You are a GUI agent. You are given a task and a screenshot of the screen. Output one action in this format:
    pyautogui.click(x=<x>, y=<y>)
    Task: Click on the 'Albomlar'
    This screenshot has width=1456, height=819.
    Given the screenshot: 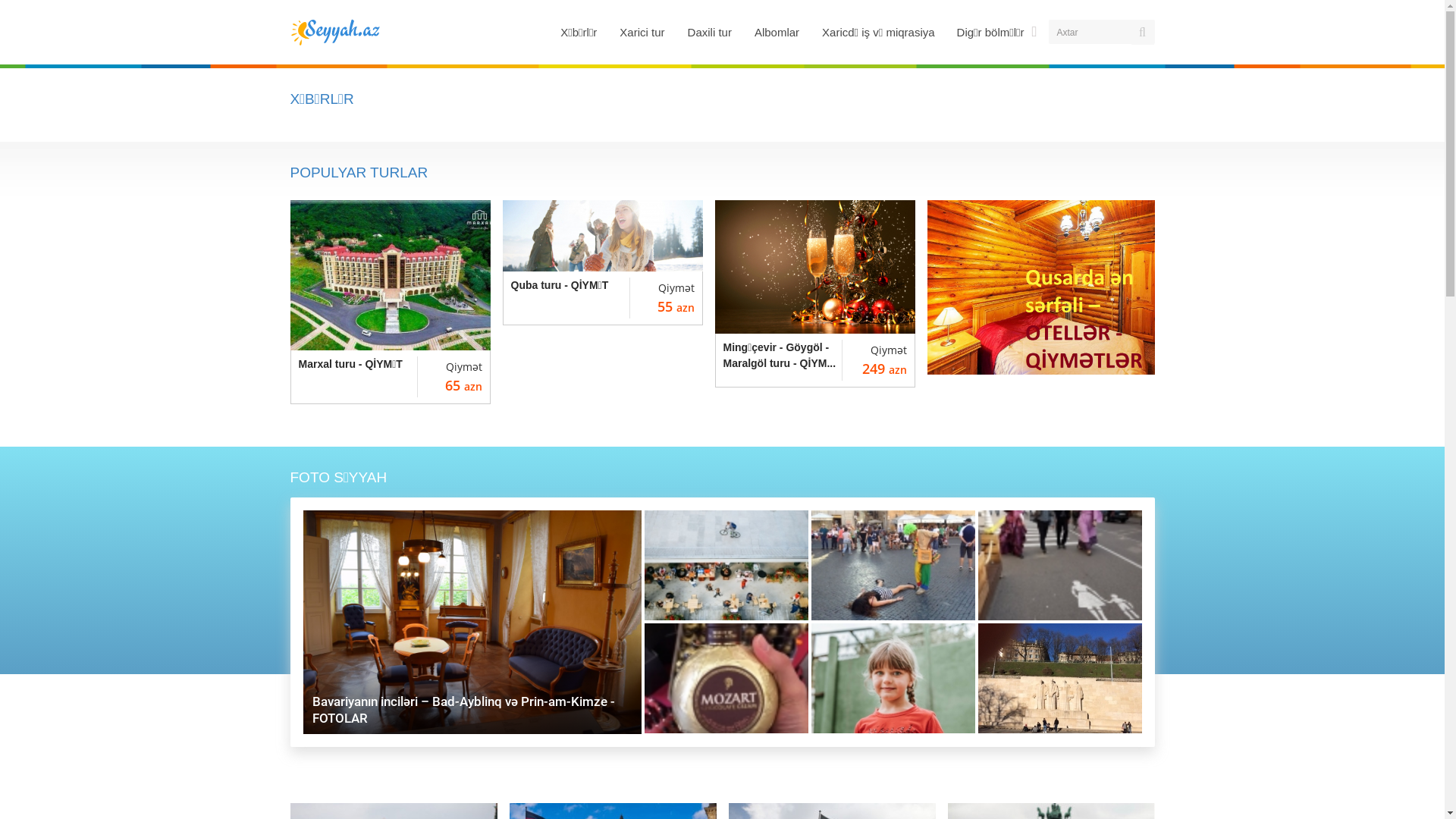 What is the action you would take?
    pyautogui.click(x=777, y=32)
    